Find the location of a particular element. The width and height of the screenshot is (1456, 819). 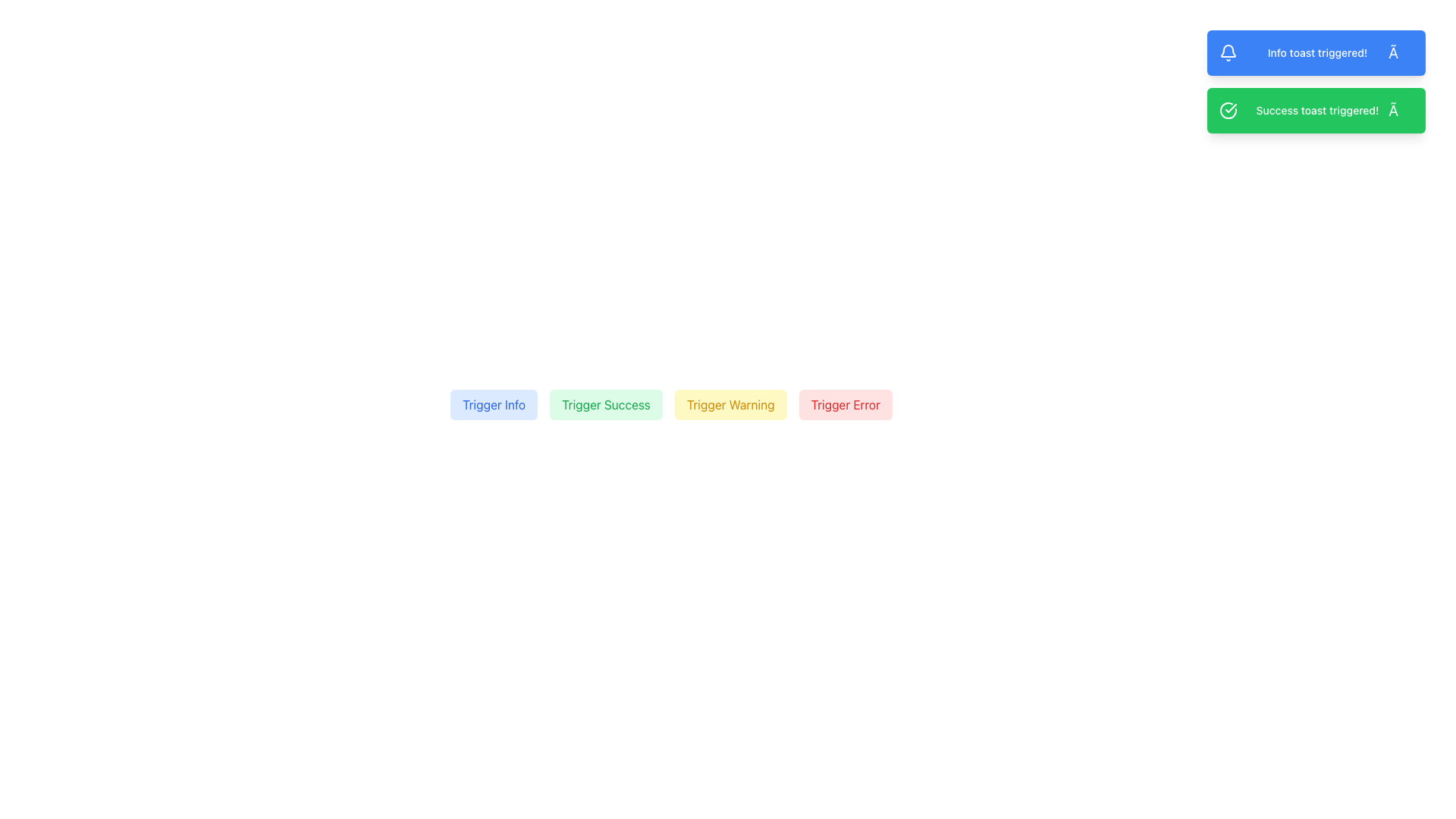

the success notification text label that displays 'Success toast triggered!' with a green background and white text is located at coordinates (1316, 110).